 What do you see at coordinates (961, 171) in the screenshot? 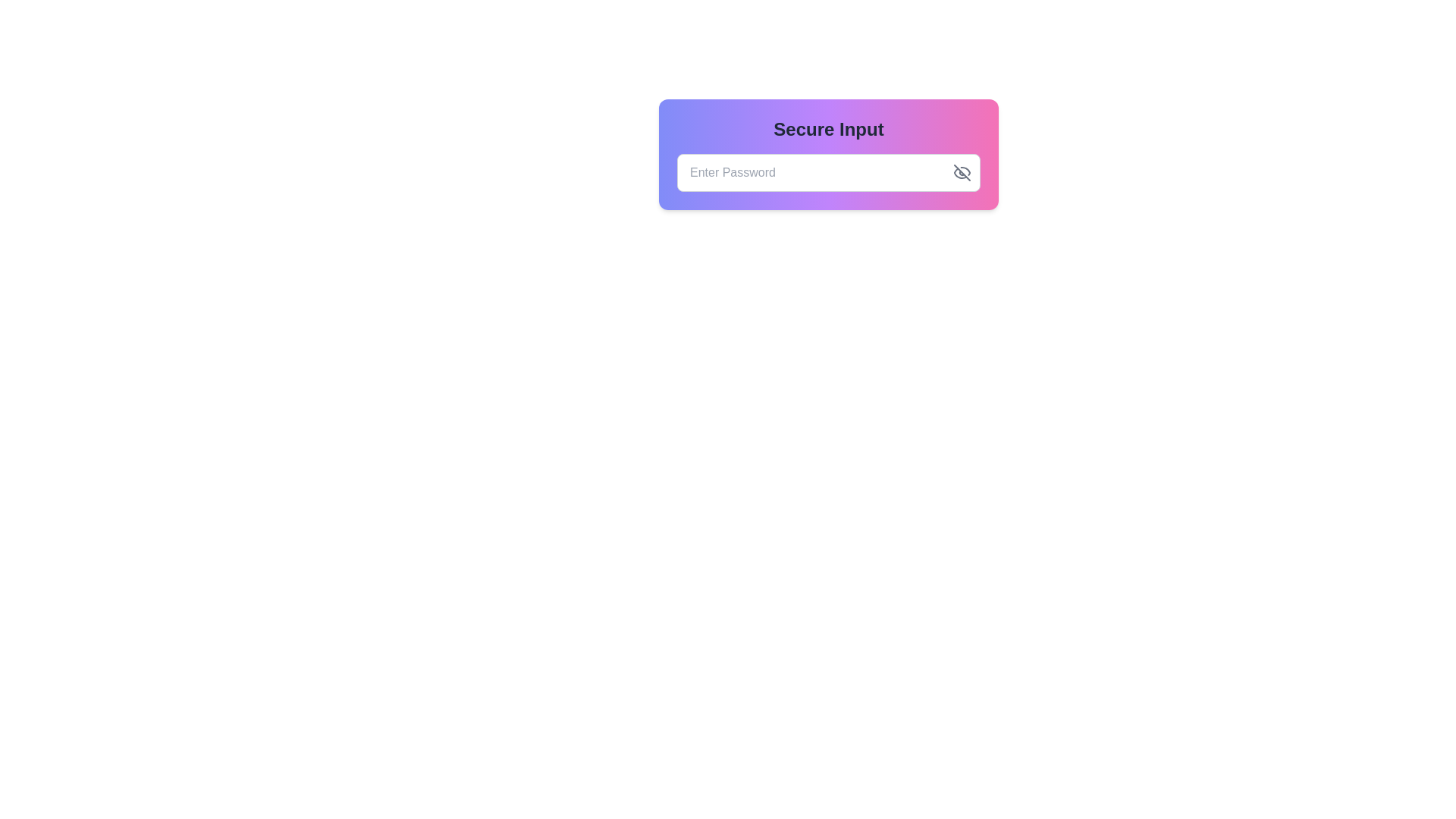
I see `the button with an icon for toggling visibility` at bounding box center [961, 171].